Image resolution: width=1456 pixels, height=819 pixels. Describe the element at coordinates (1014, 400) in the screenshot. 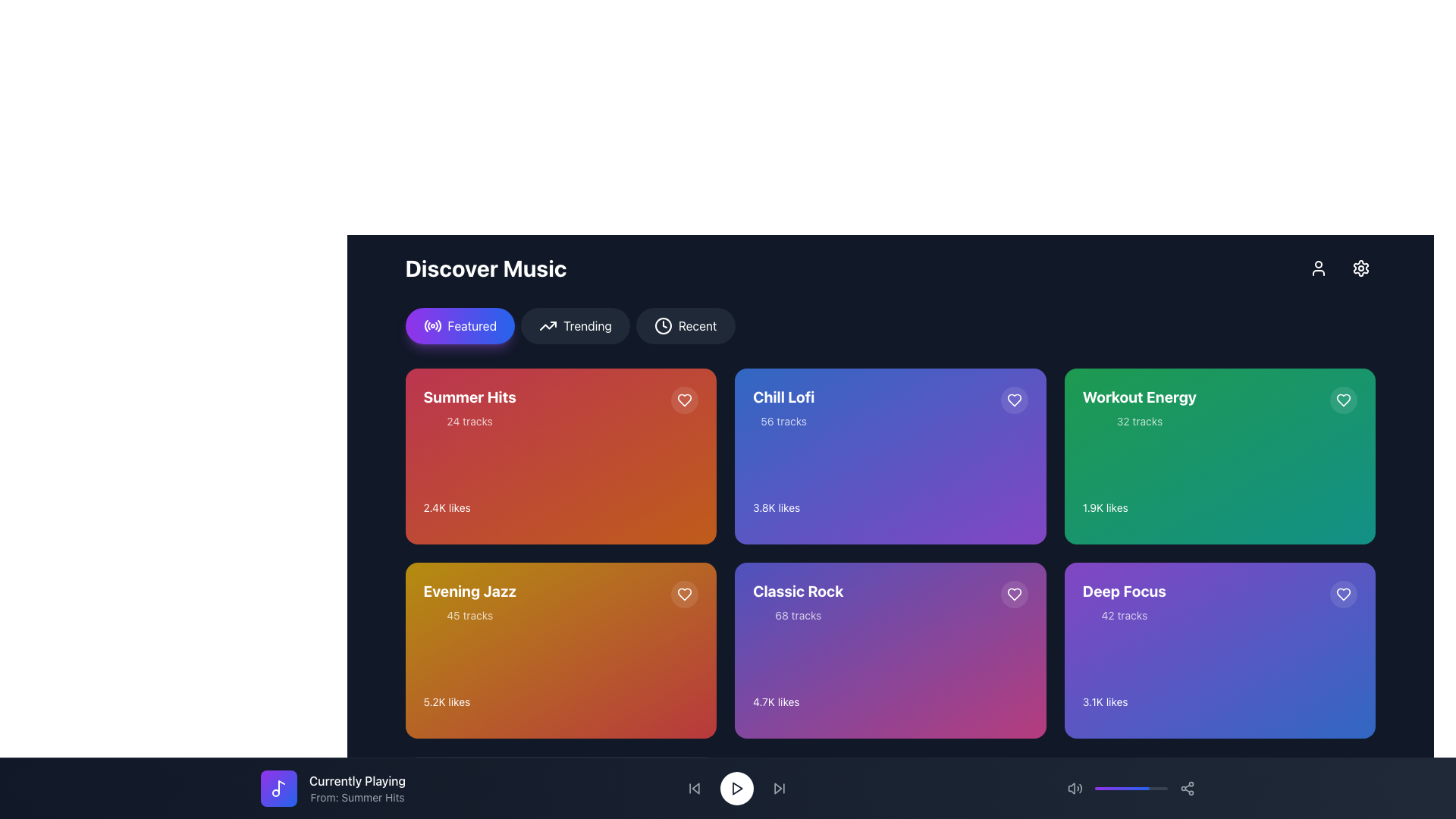

I see `the 'like' button icon located in the top-right corner of the 'Chill Lofi' music card` at that location.